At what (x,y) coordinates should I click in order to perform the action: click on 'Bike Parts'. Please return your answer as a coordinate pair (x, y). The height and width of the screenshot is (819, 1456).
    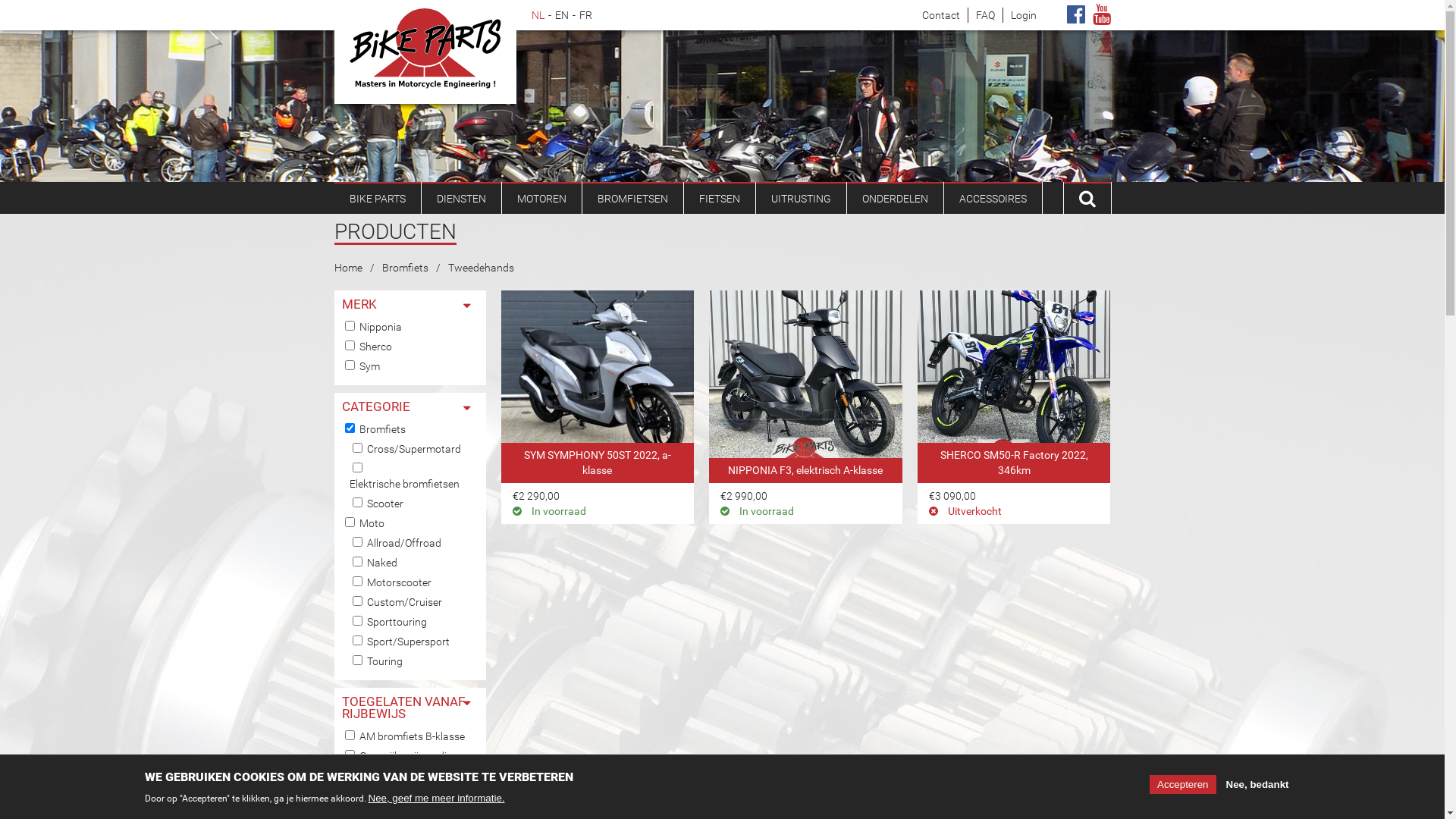
    Looking at the image, I should click on (348, 47).